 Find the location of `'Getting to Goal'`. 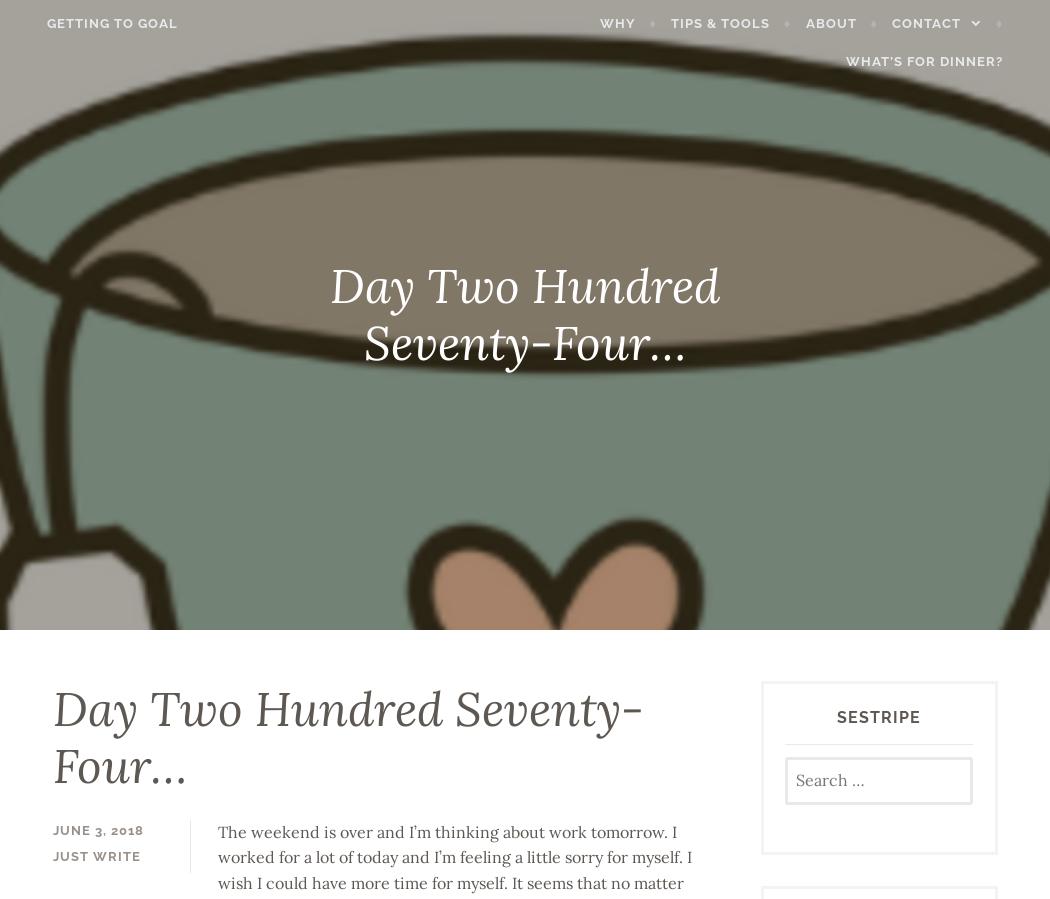

'Getting to Goal' is located at coordinates (90, 21).